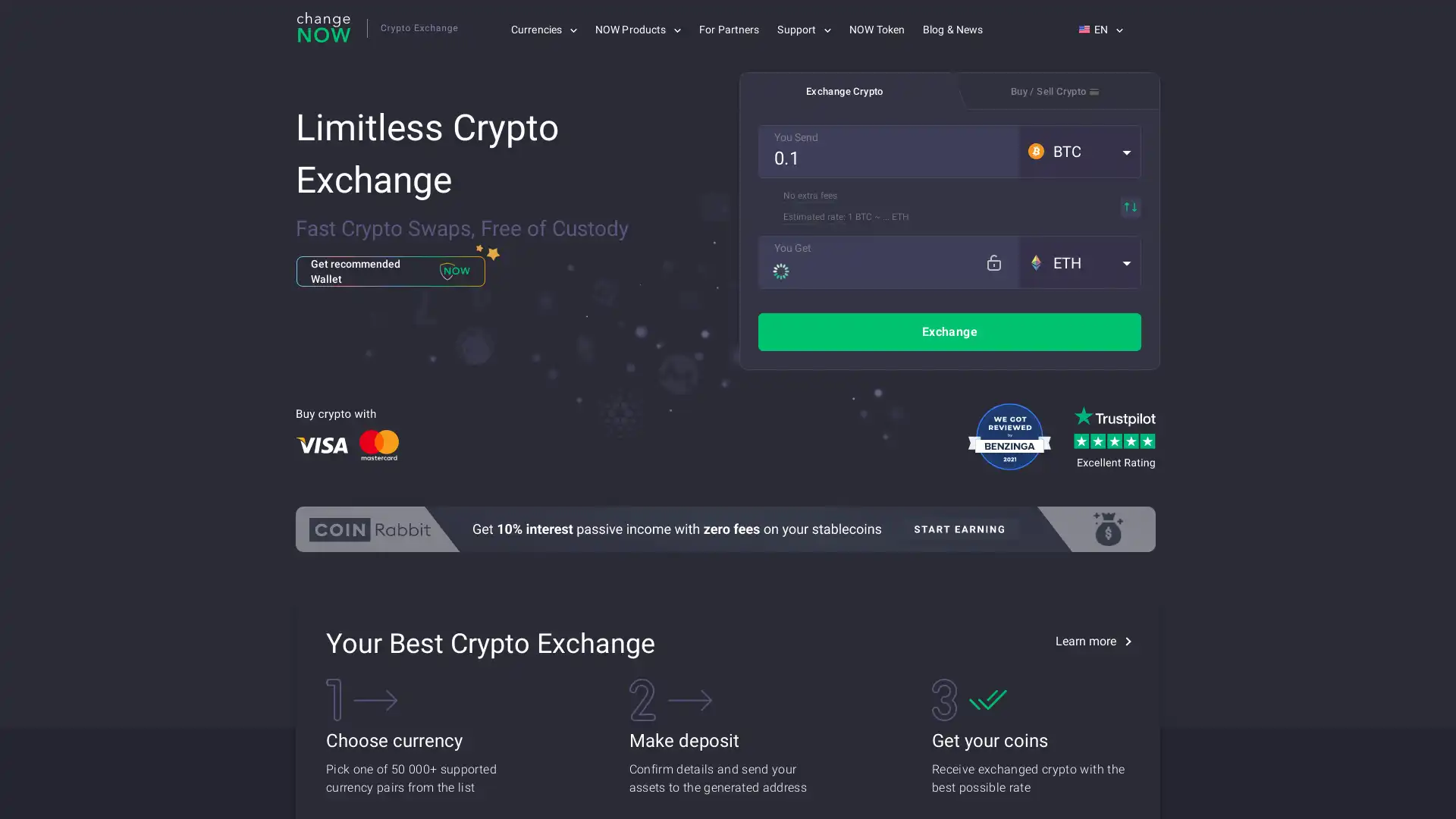  Describe the element at coordinates (814, 217) in the screenshot. I see `Estimated rate:` at that location.